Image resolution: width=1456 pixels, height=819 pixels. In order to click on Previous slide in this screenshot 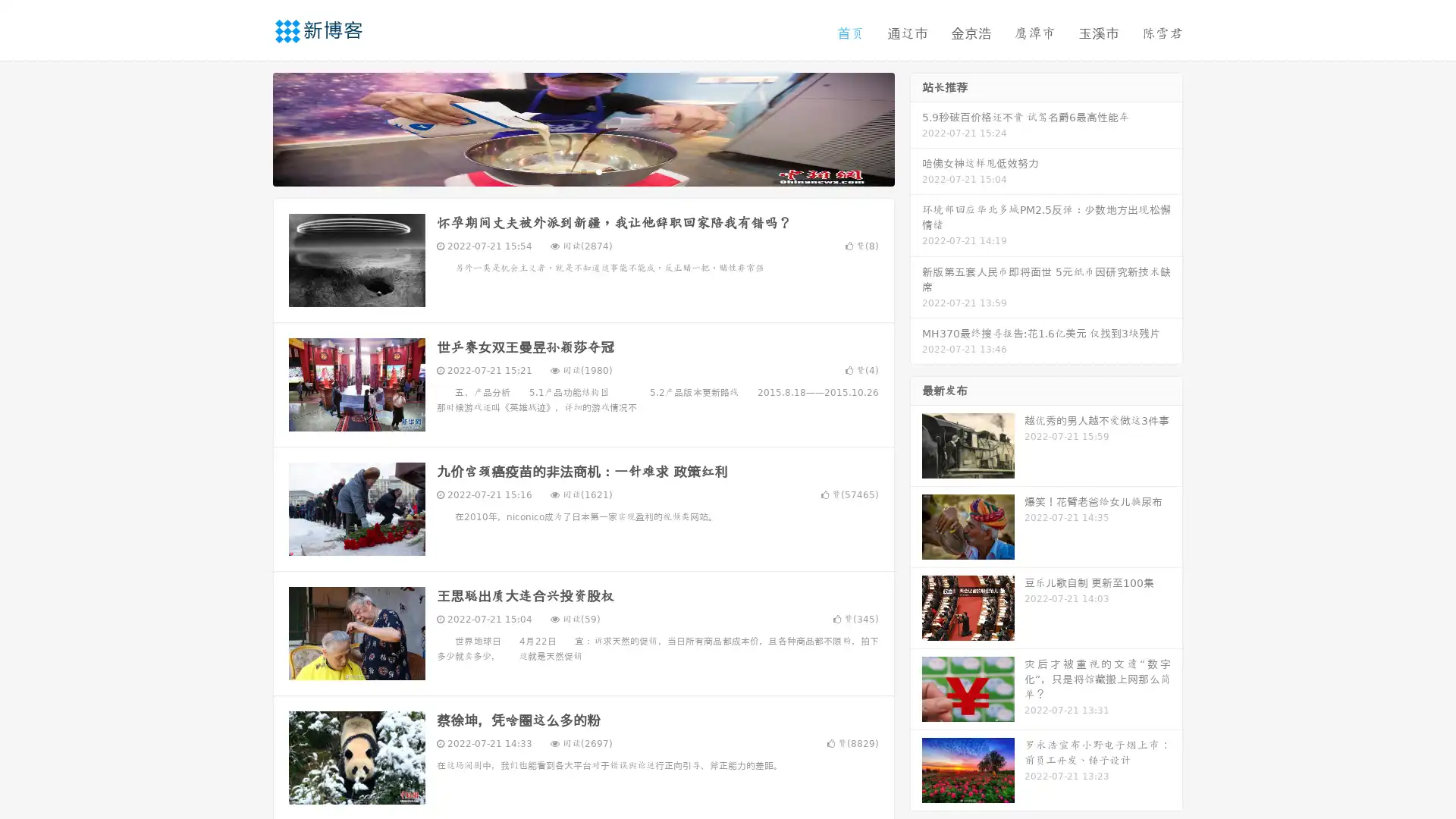, I will do `click(250, 127)`.